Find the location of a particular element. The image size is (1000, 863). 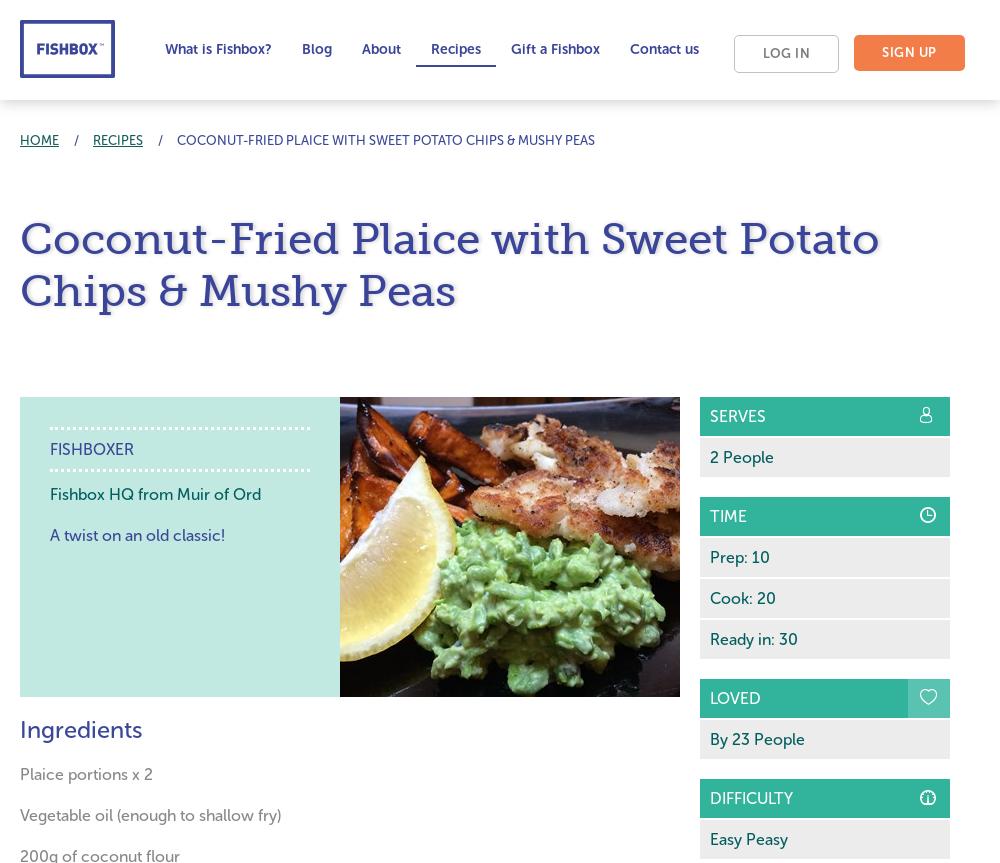

'Serves' is located at coordinates (709, 416).